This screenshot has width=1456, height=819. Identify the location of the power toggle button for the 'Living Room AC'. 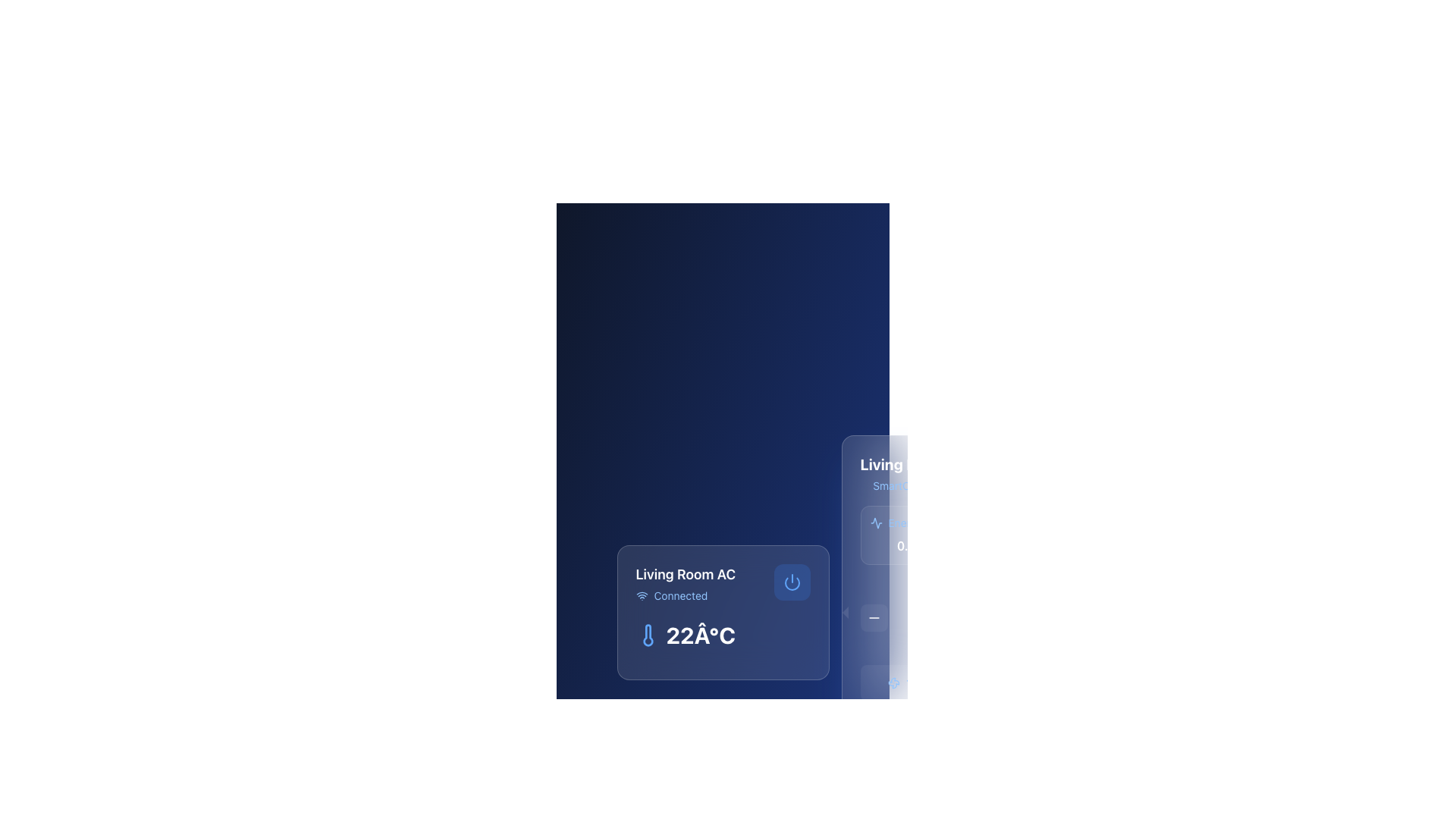
(791, 581).